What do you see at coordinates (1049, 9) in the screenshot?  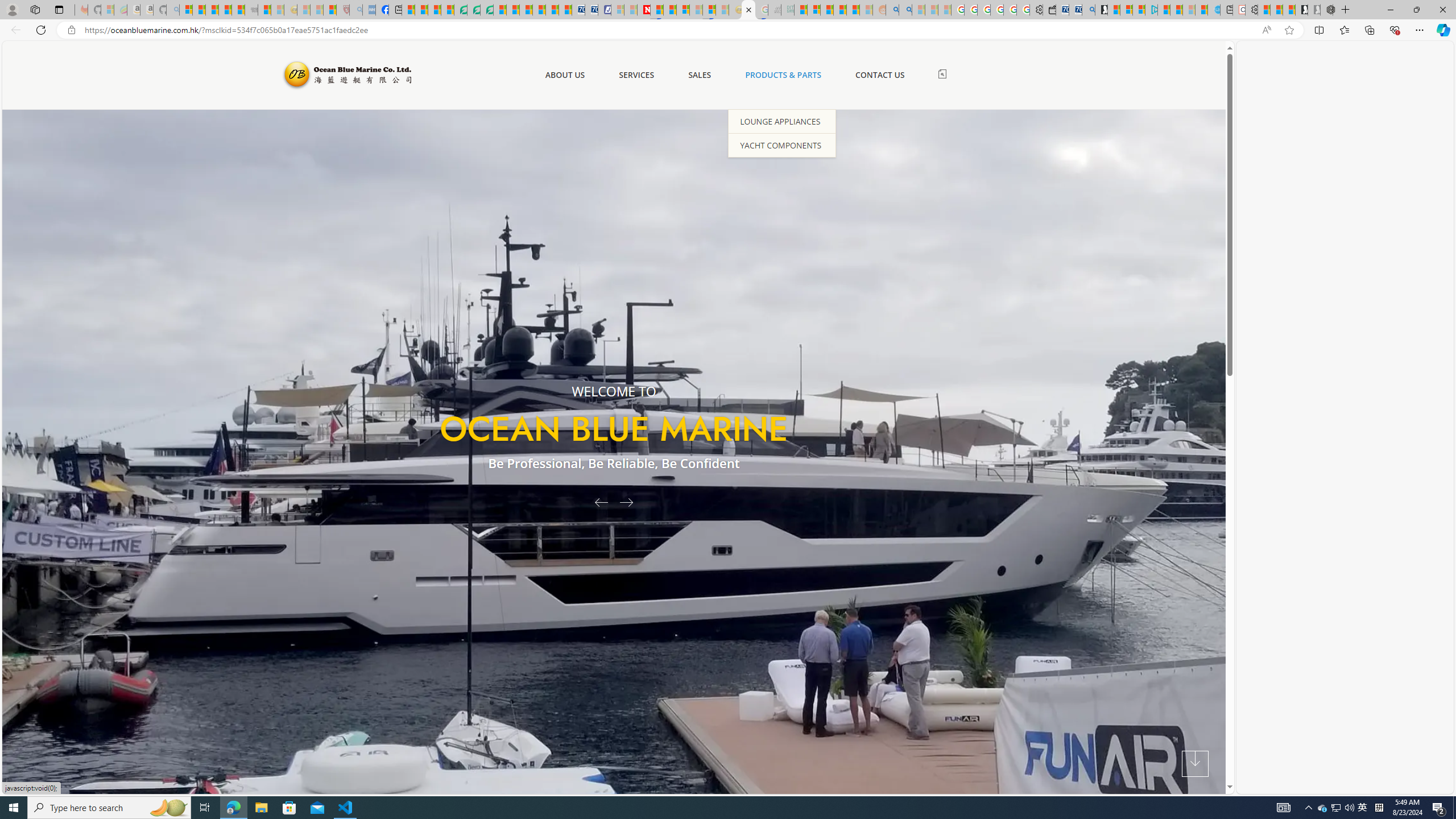 I see `'Wallet'` at bounding box center [1049, 9].